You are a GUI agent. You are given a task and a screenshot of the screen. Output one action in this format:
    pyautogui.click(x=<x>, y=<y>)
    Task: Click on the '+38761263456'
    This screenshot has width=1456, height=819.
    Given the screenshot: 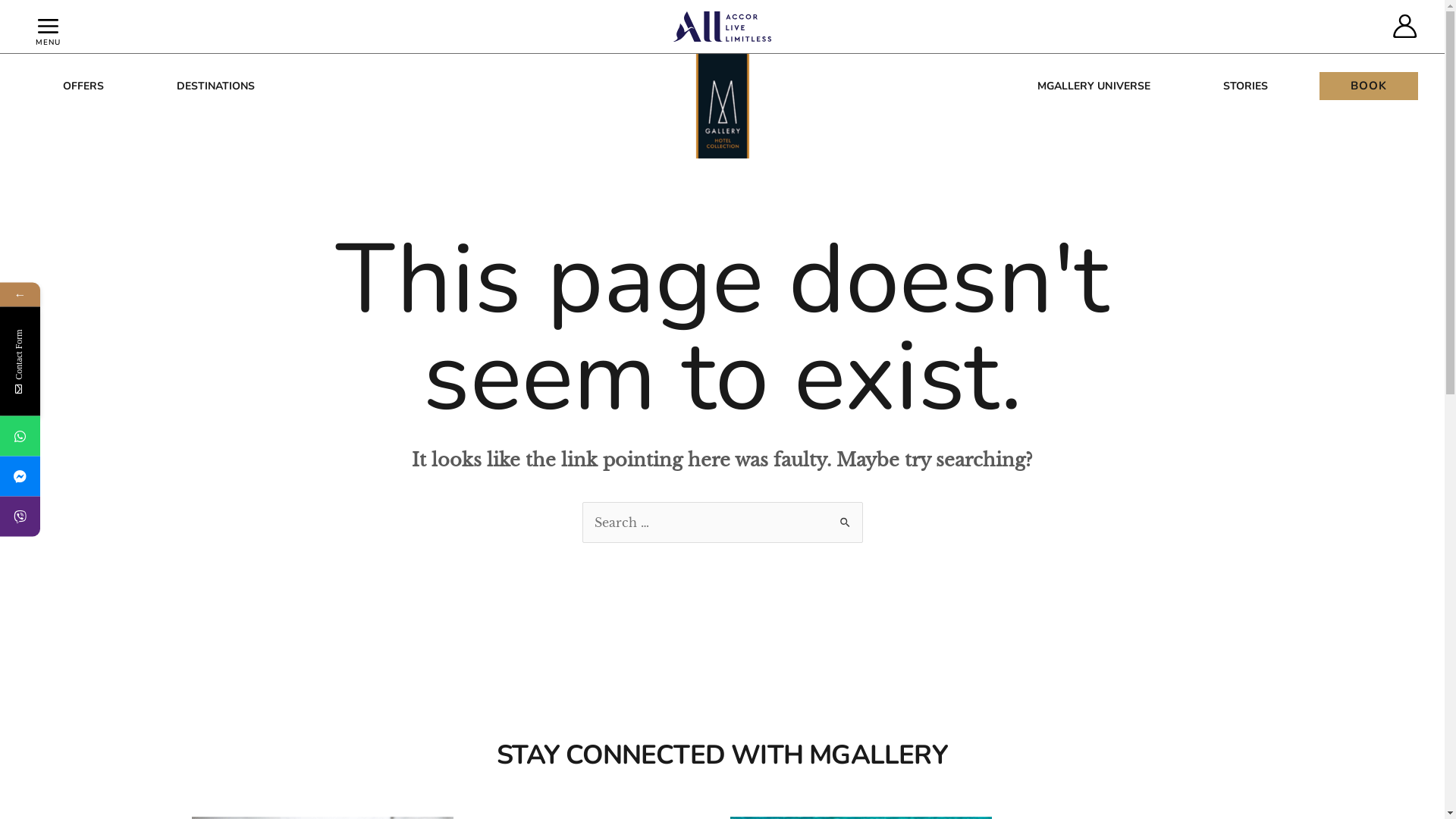 What is the action you would take?
    pyautogui.click(x=20, y=435)
    